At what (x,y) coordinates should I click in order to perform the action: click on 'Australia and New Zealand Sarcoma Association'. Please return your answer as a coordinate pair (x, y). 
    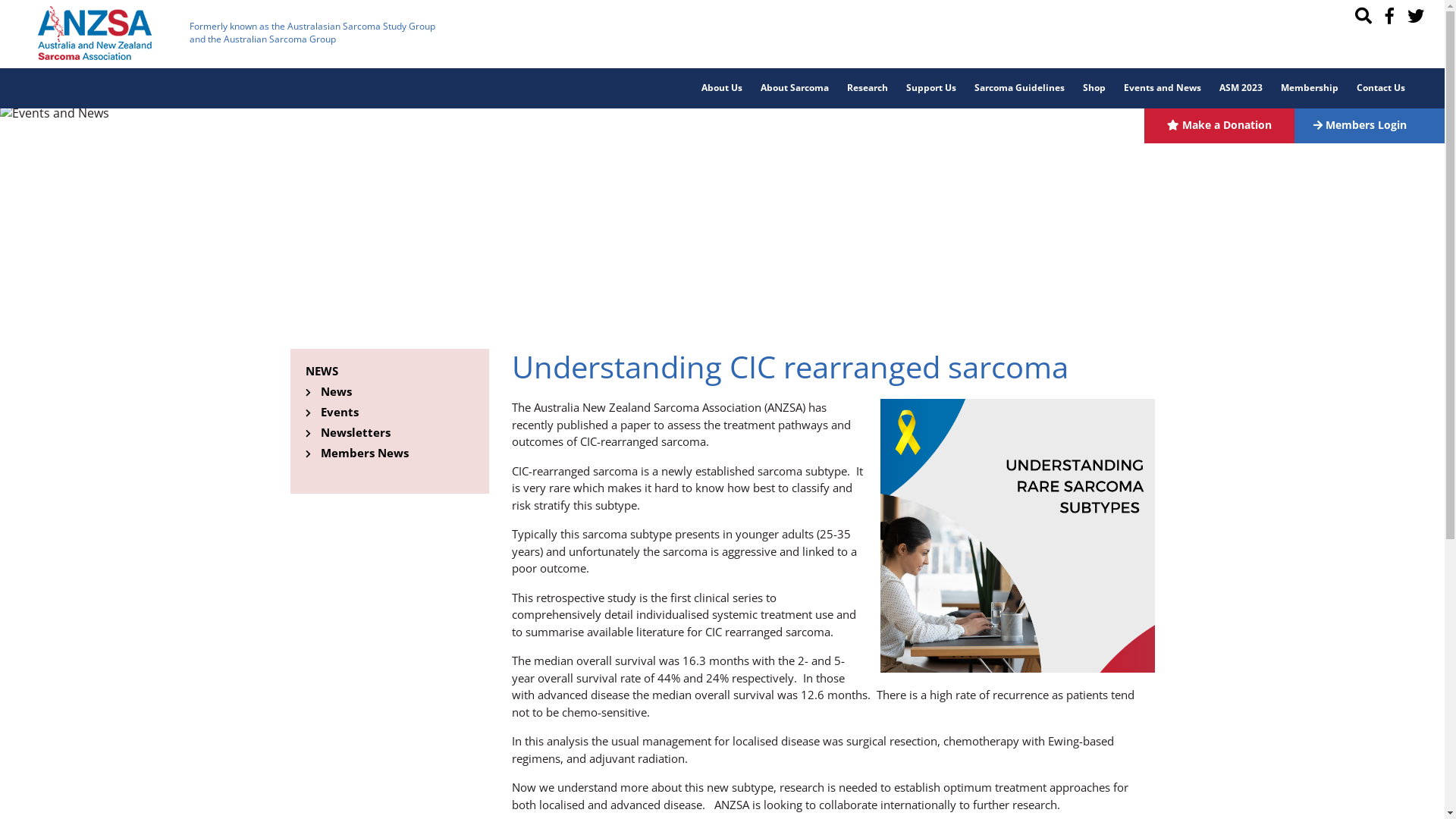
    Looking at the image, I should click on (93, 33).